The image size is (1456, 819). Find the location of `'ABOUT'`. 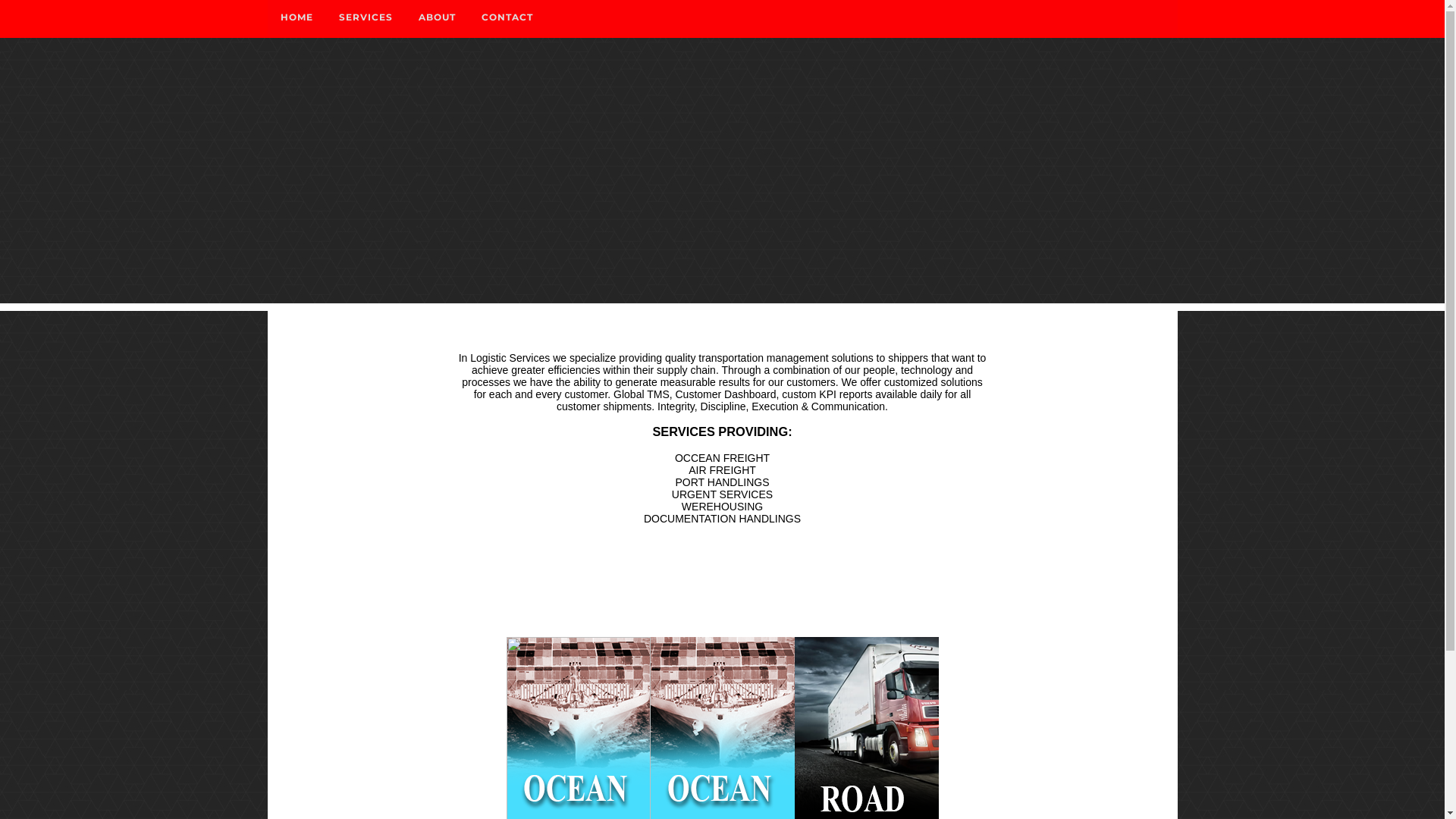

'ABOUT' is located at coordinates (435, 17).